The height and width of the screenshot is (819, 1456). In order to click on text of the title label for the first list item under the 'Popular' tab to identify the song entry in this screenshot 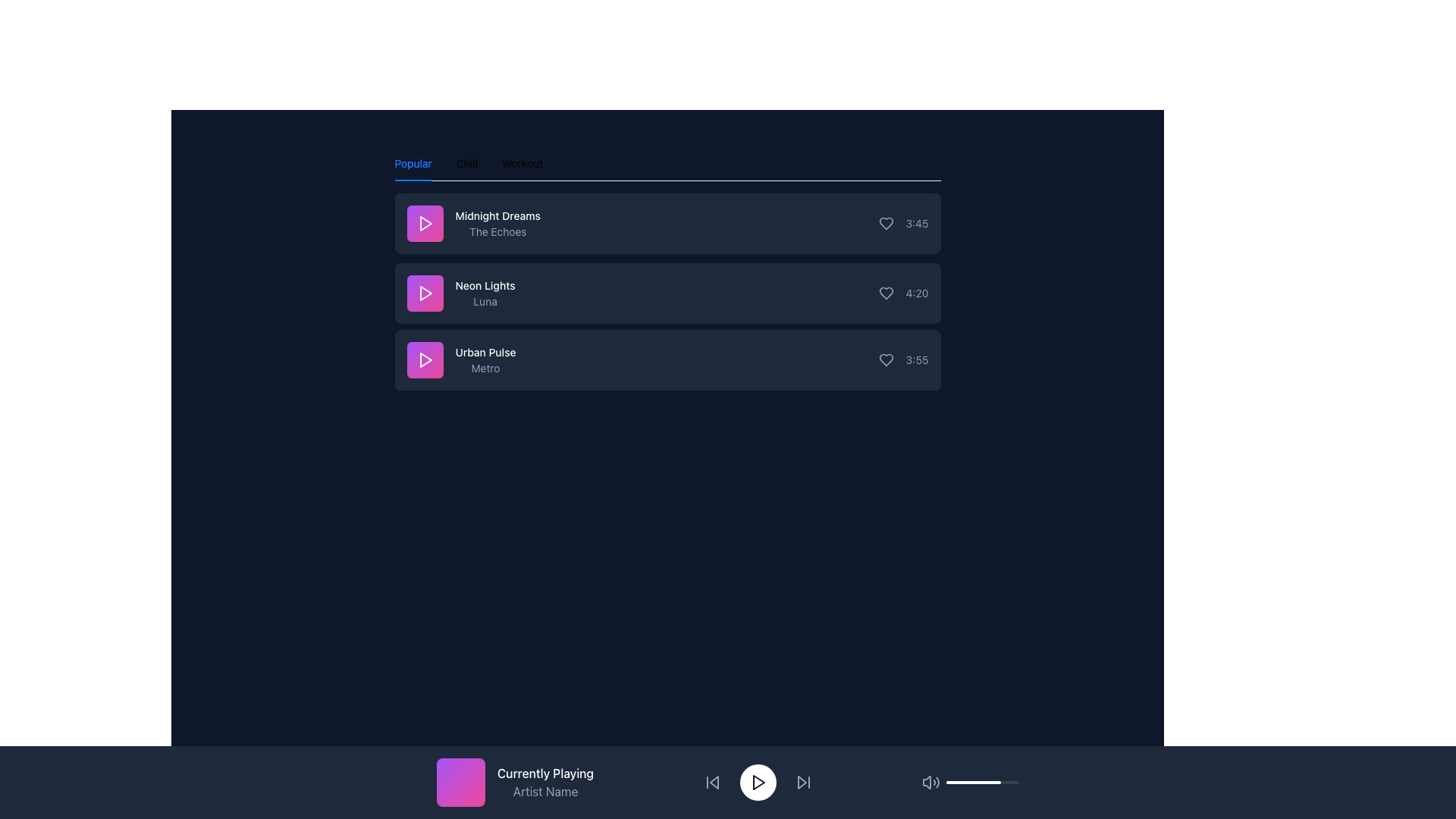, I will do `click(497, 216)`.